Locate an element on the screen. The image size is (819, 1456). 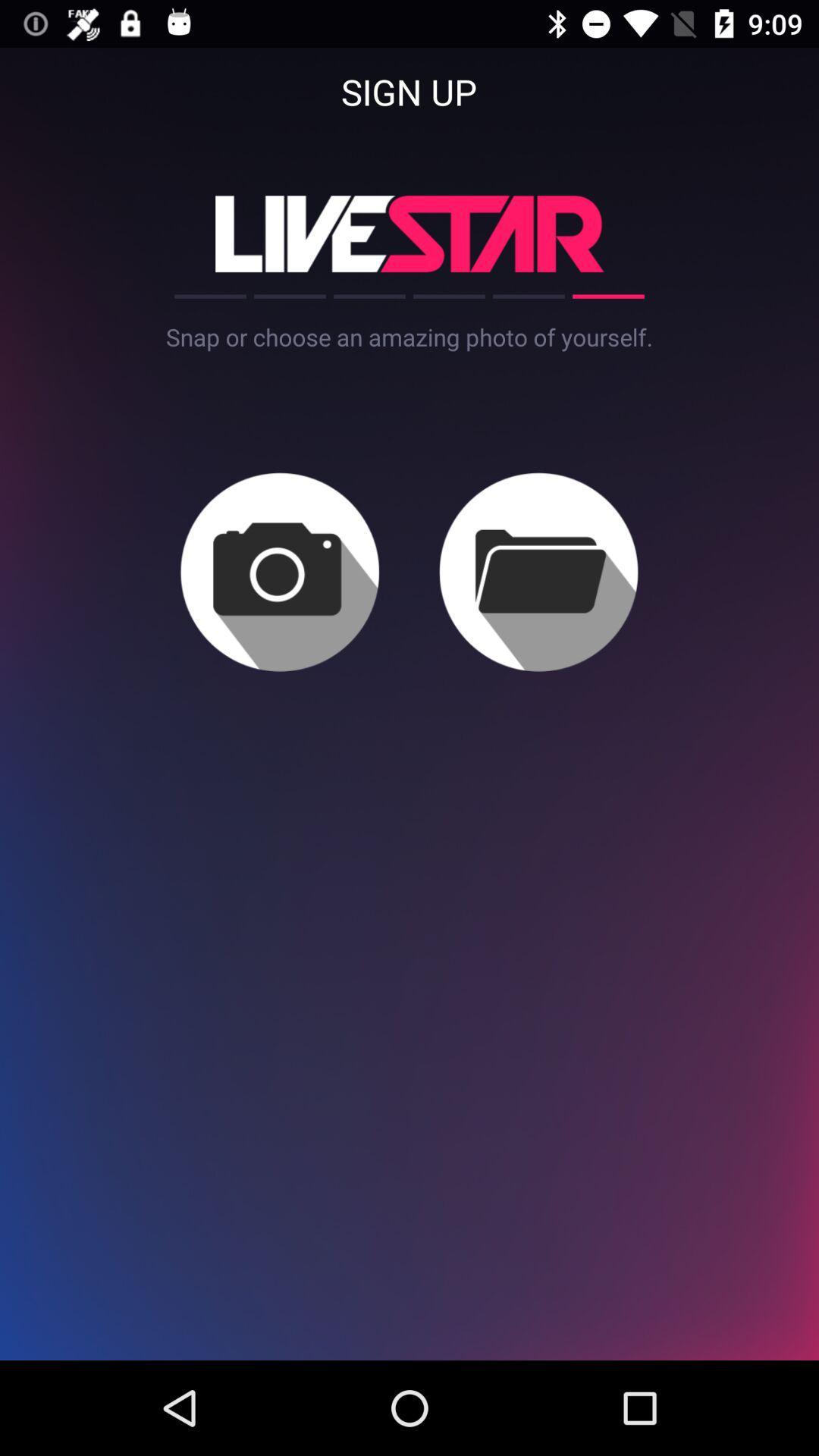
open images folder is located at coordinates (538, 571).